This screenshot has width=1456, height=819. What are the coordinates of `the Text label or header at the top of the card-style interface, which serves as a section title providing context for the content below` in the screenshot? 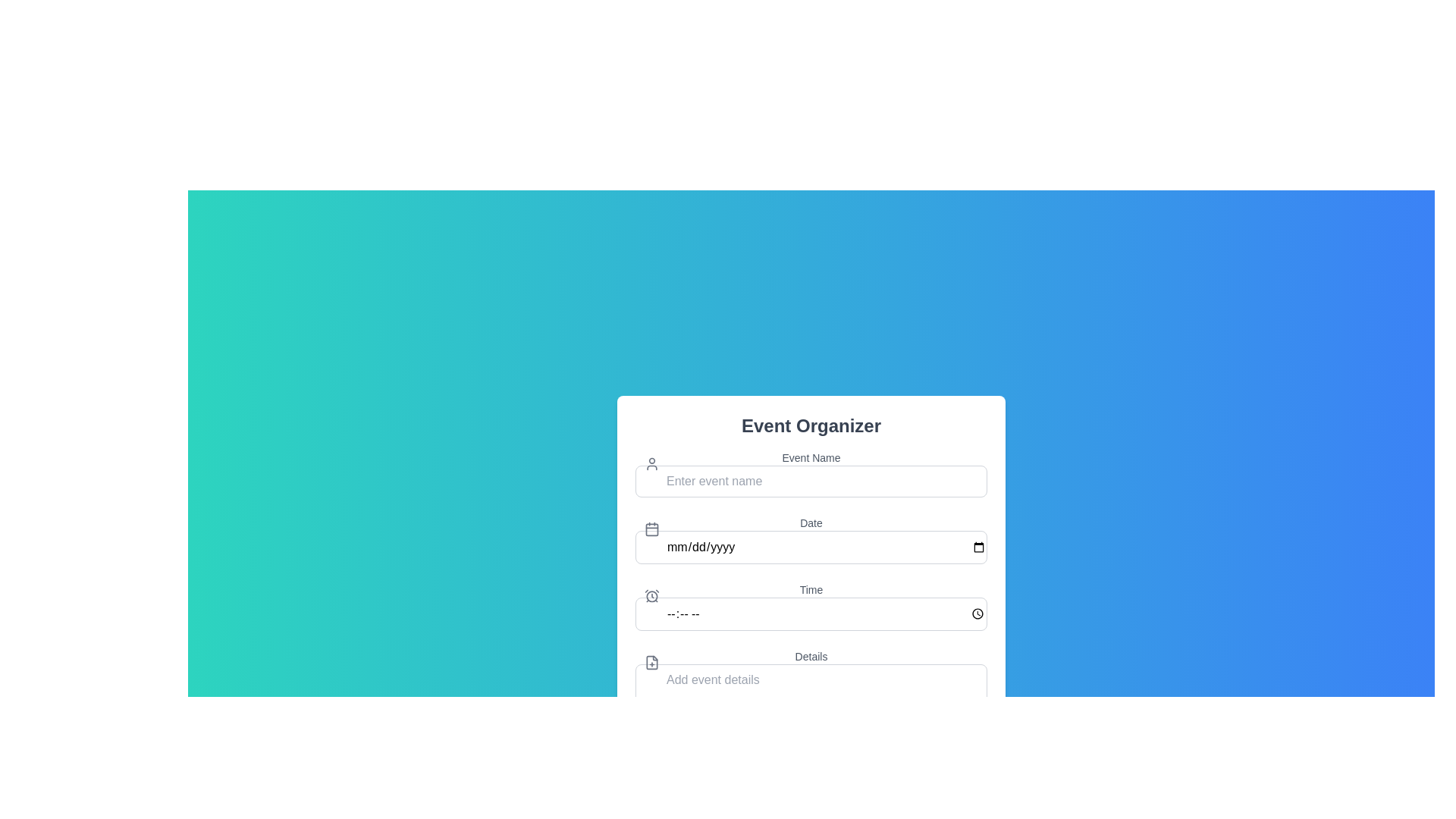 It's located at (811, 425).